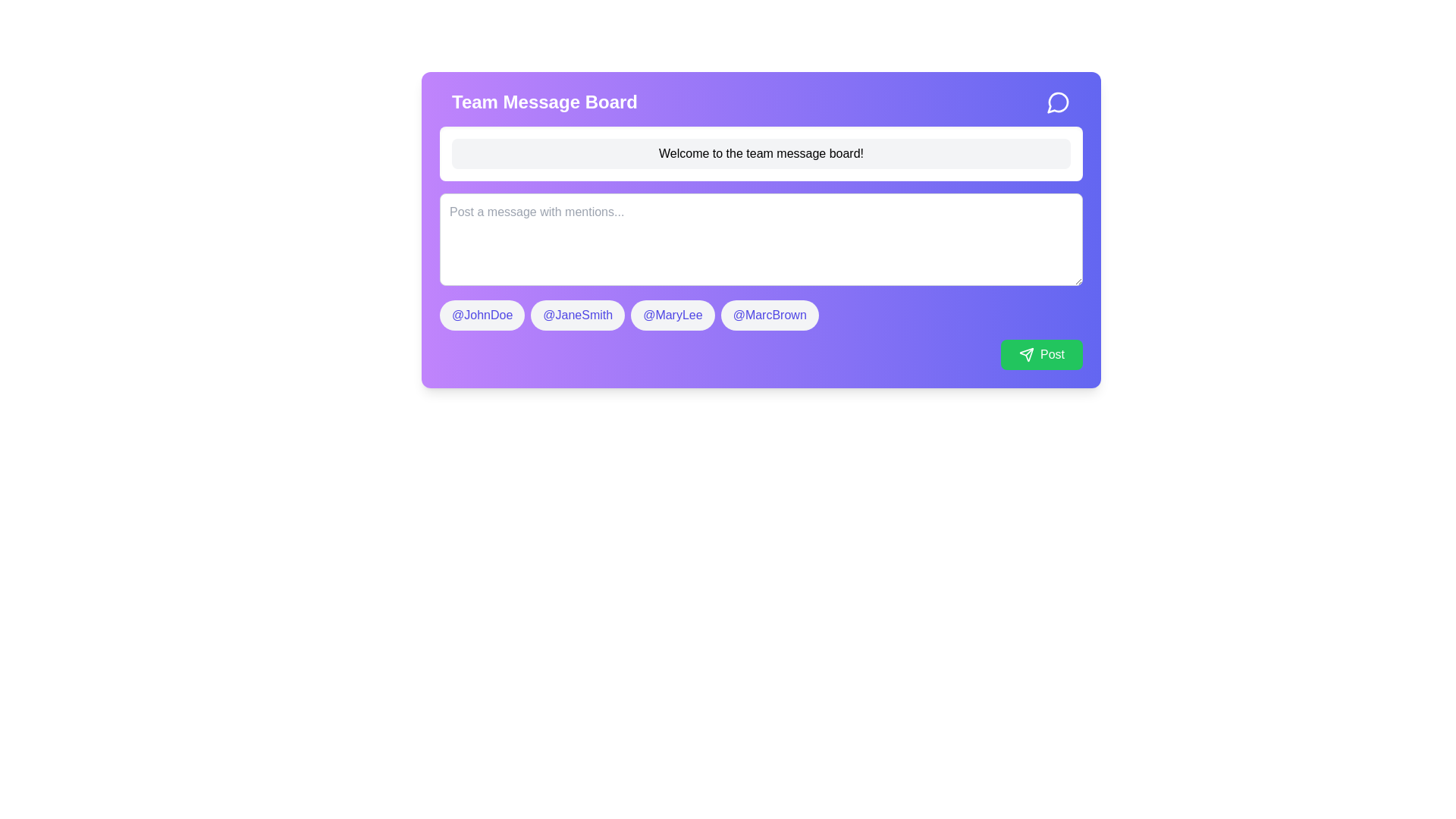 This screenshot has height=819, width=1456. Describe the element at coordinates (577, 315) in the screenshot. I see `the rounded gray button with indigo text labeled '@JaneSmith' to interact or select it` at that location.